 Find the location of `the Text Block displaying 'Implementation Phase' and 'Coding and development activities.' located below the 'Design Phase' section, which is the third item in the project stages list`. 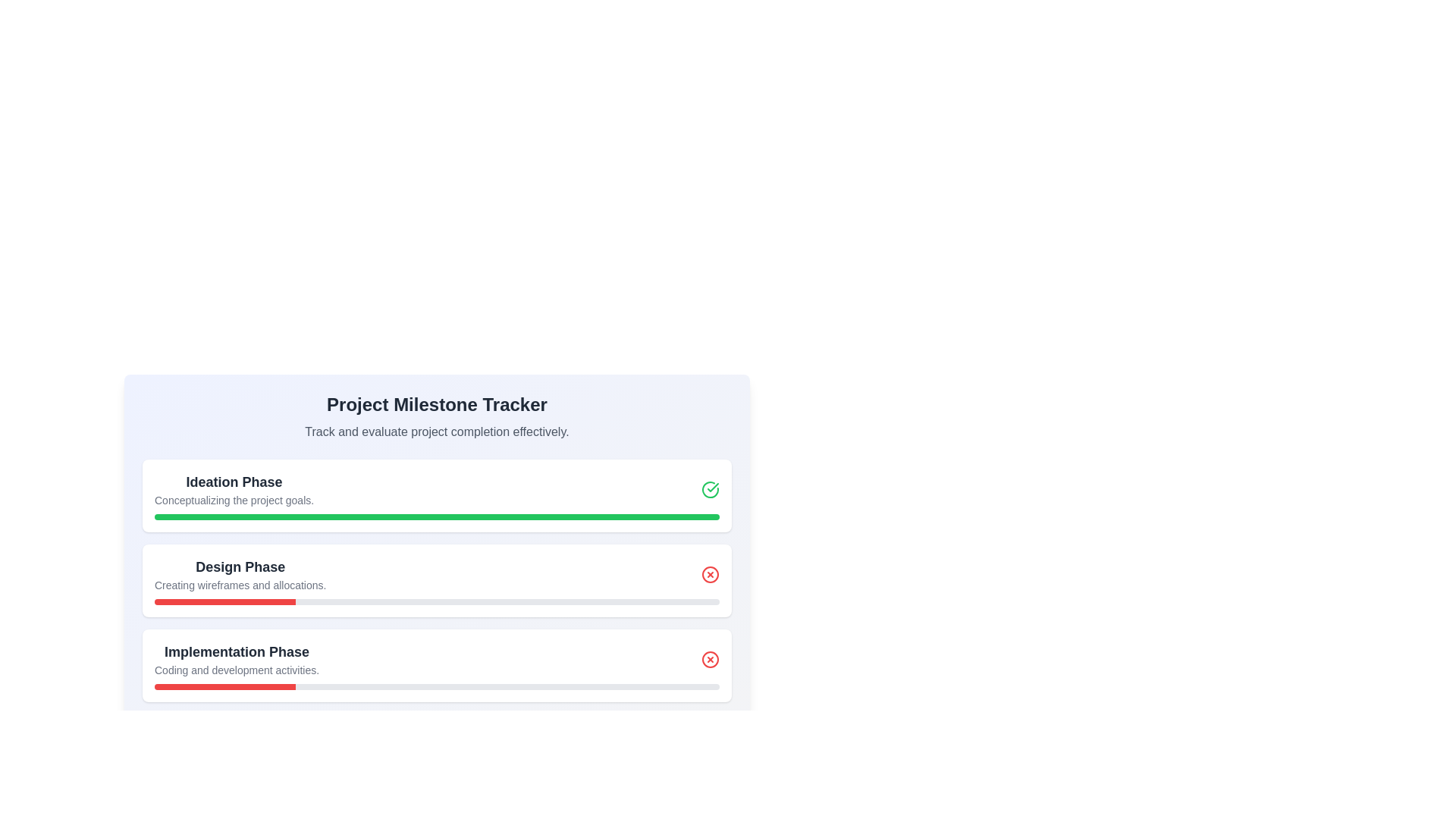

the Text Block displaying 'Implementation Phase' and 'Coding and development activities.' located below the 'Design Phase' section, which is the third item in the project stages list is located at coordinates (236, 659).